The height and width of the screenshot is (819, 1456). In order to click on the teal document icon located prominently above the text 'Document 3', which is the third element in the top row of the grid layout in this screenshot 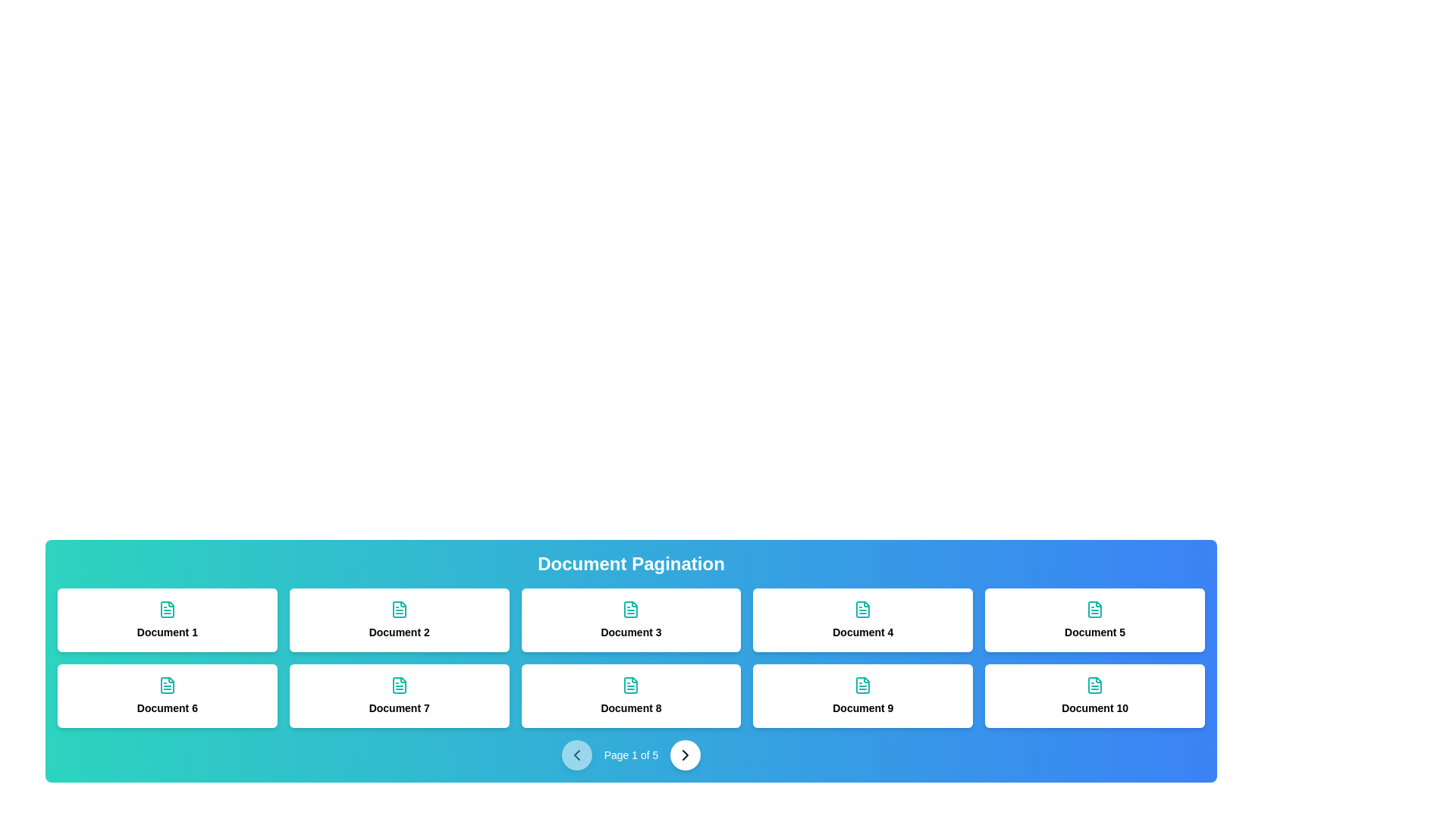, I will do `click(631, 608)`.